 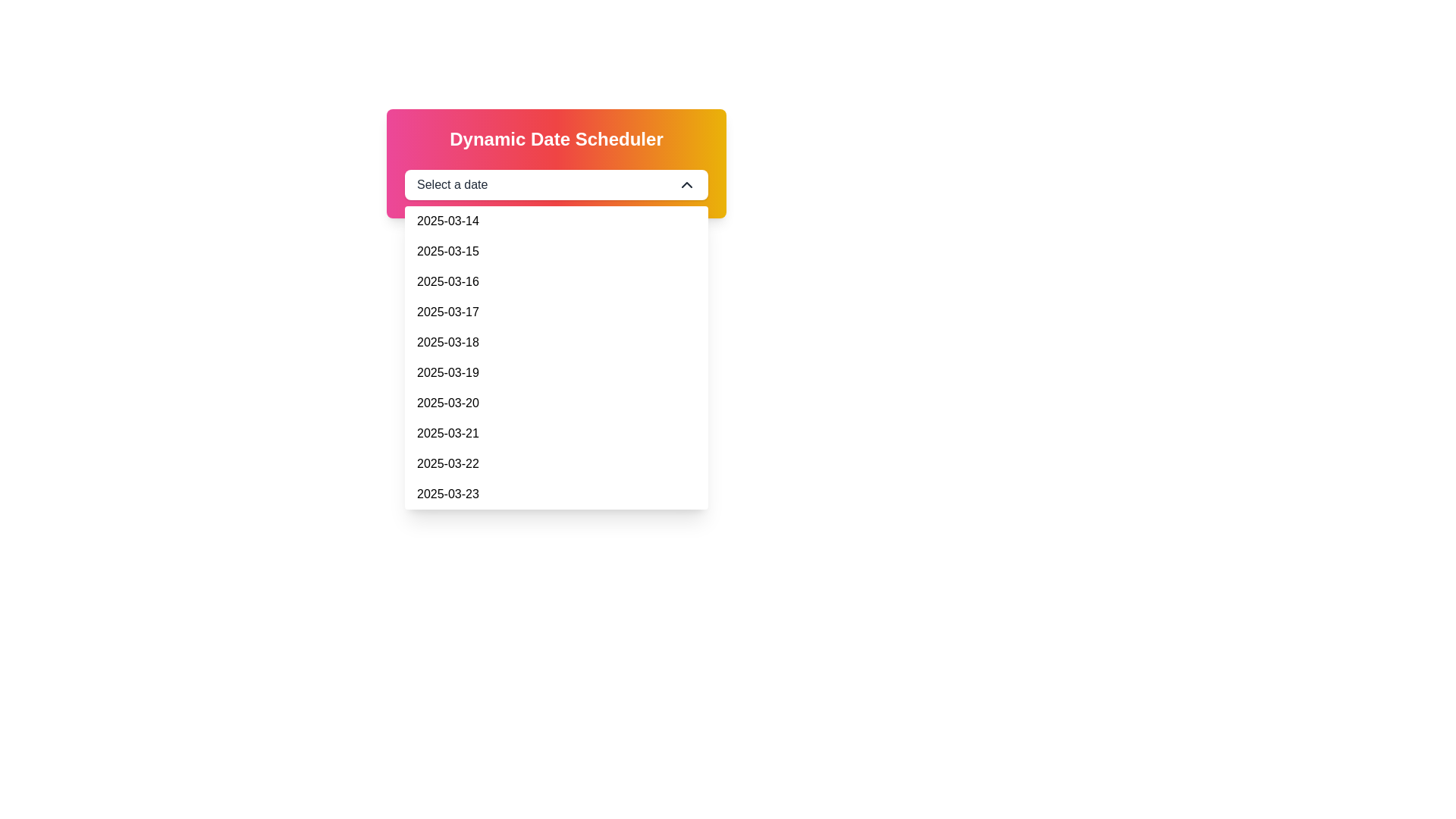 What do you see at coordinates (556, 463) in the screenshot?
I see `the dropdown list item displaying the date '2025-03-22'` at bounding box center [556, 463].